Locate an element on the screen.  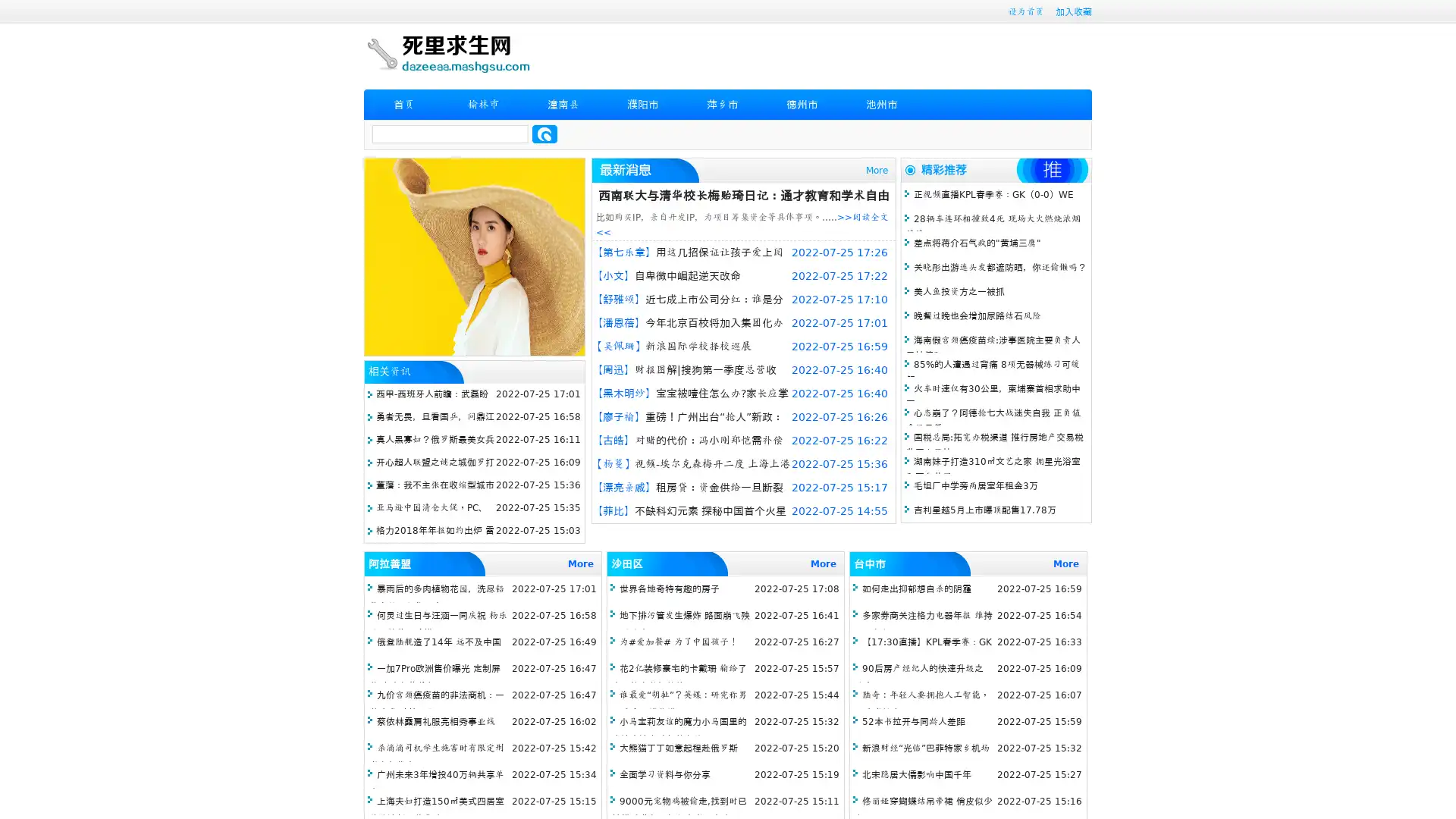
Search is located at coordinates (544, 133).